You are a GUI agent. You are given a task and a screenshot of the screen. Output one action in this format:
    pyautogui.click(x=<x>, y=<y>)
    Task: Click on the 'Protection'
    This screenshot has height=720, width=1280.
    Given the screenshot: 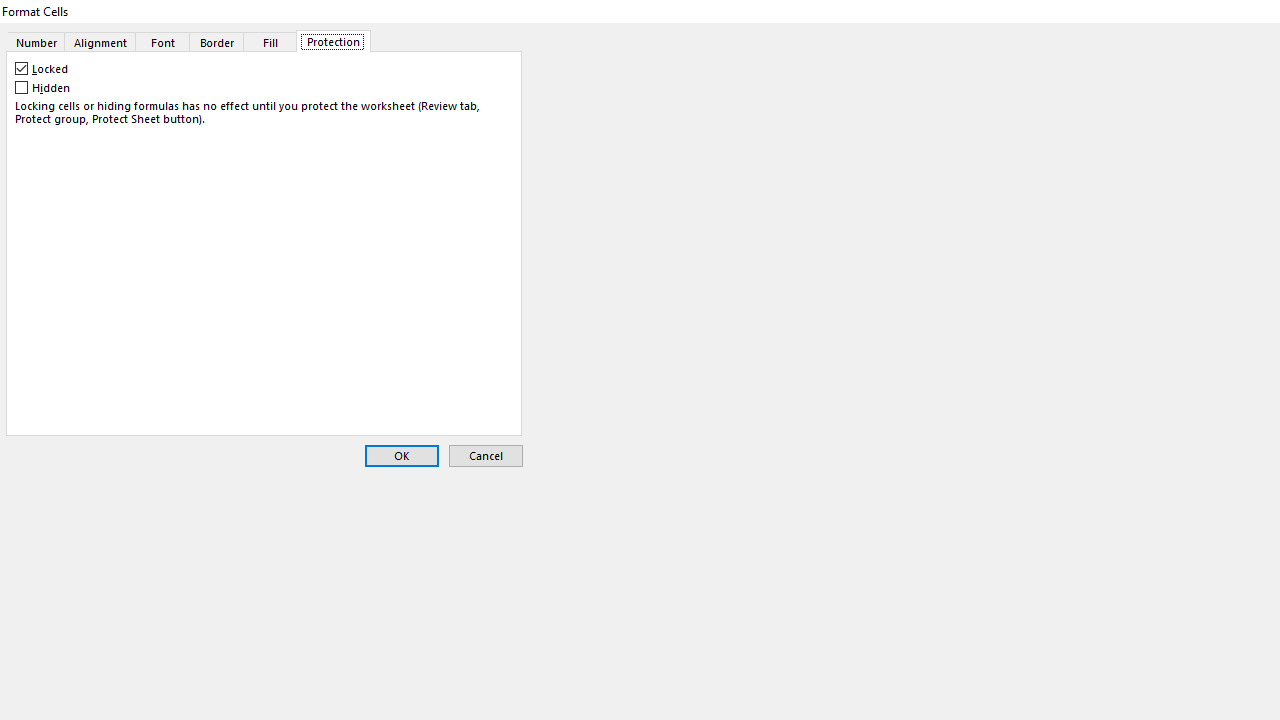 What is the action you would take?
    pyautogui.click(x=333, y=41)
    